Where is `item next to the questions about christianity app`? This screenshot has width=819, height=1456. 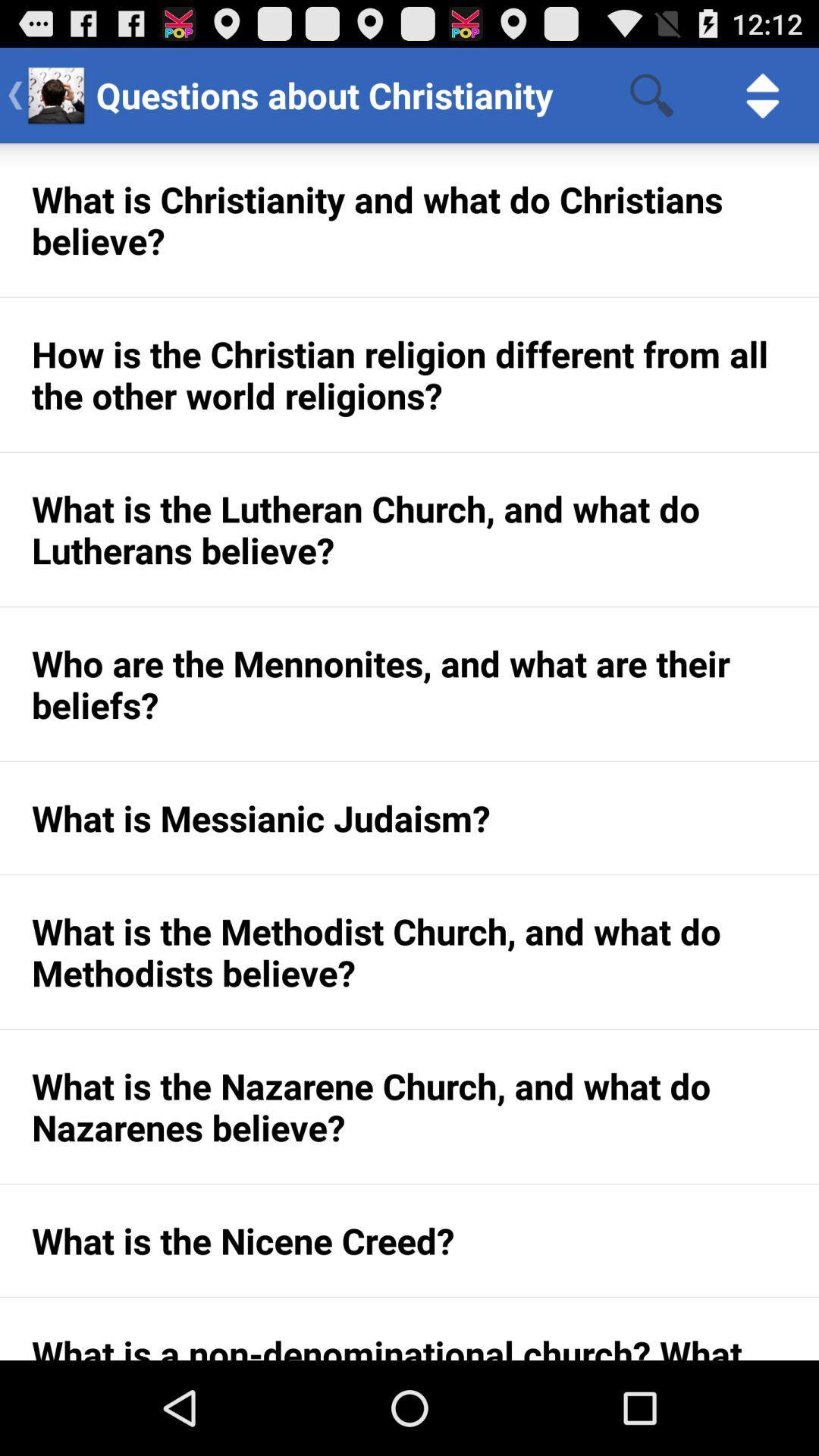
item next to the questions about christianity app is located at coordinates (651, 94).